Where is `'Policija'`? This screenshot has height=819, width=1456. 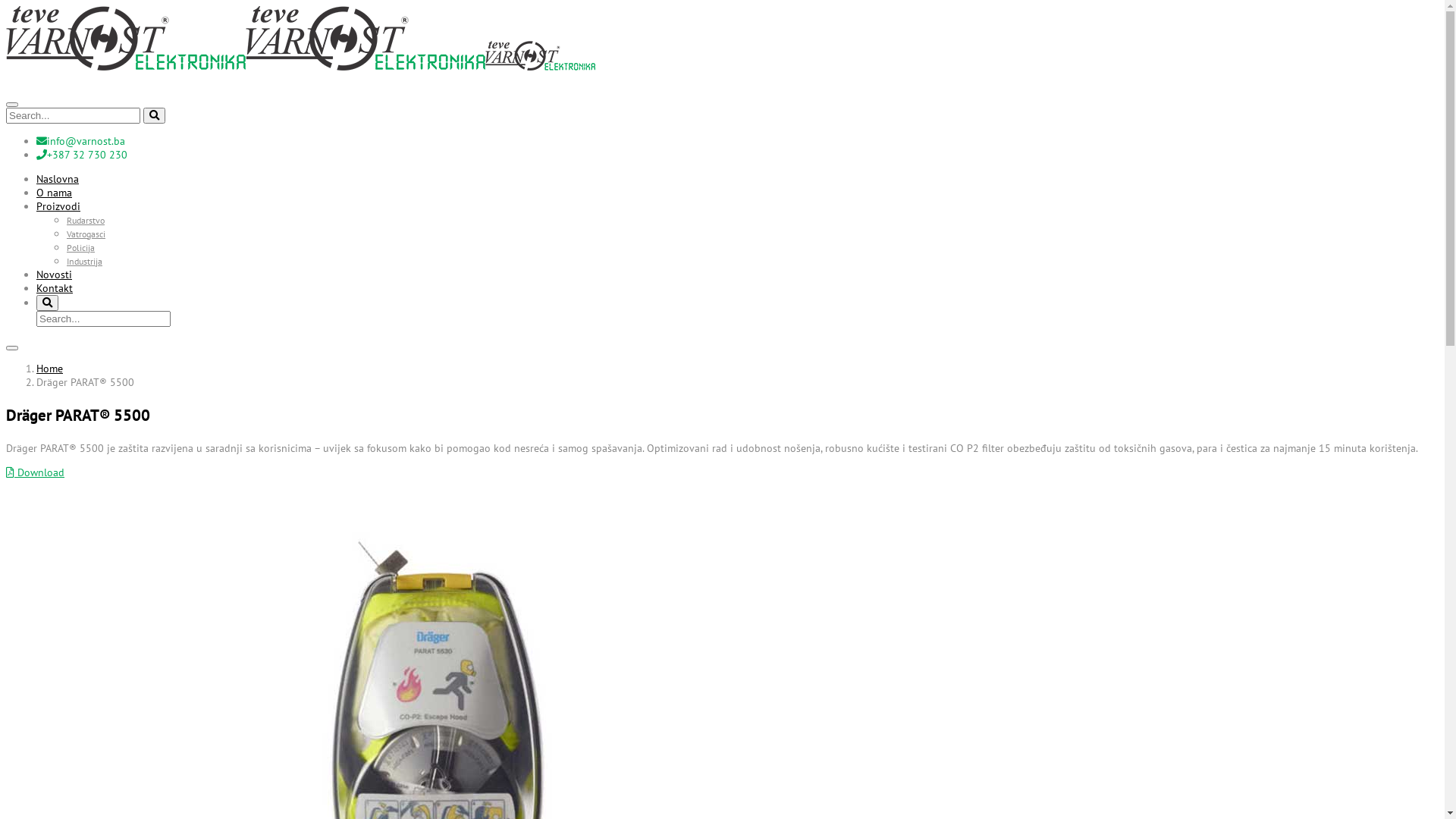
'Policija' is located at coordinates (80, 246).